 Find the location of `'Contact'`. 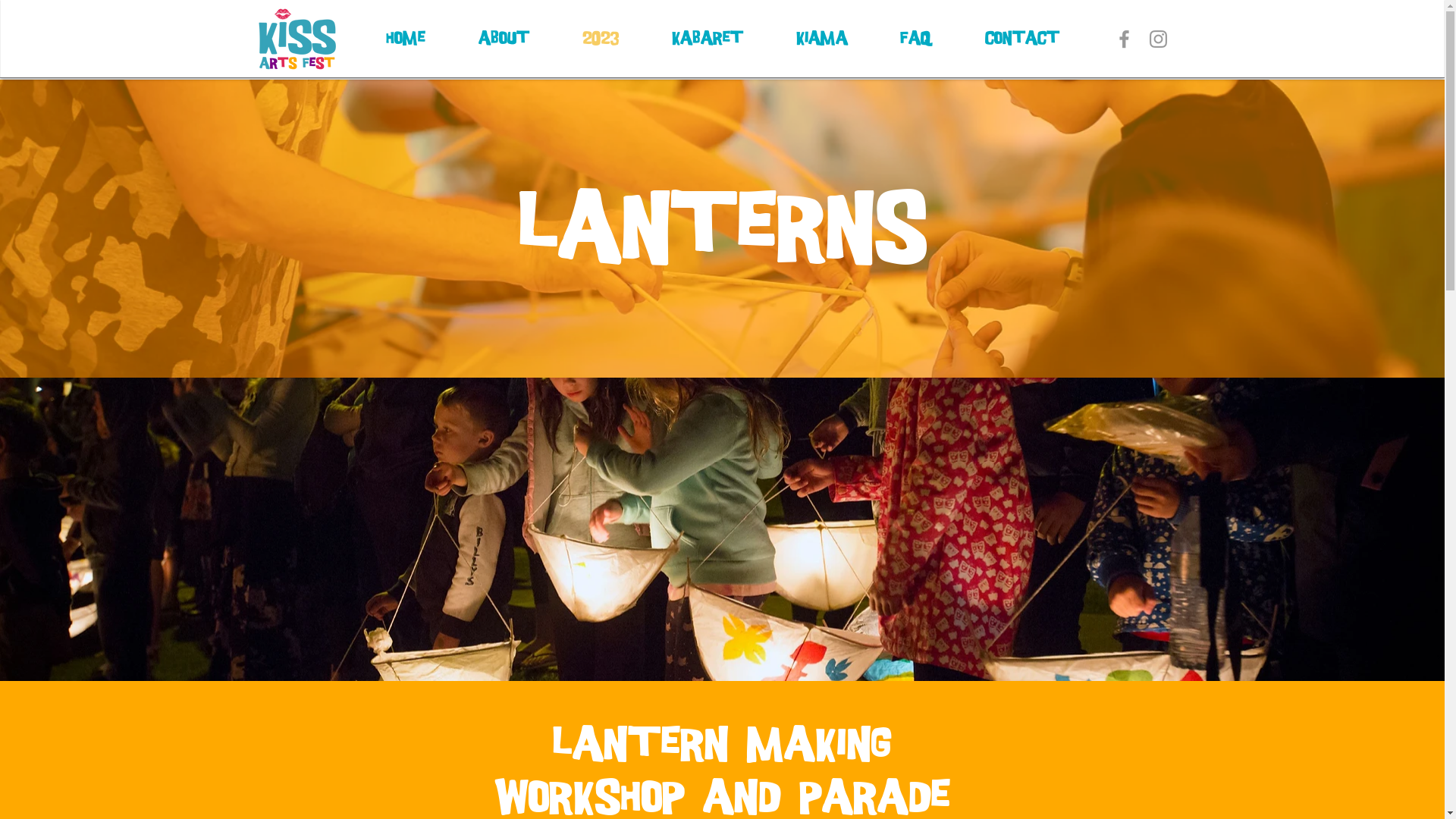

'Contact' is located at coordinates (1021, 37).